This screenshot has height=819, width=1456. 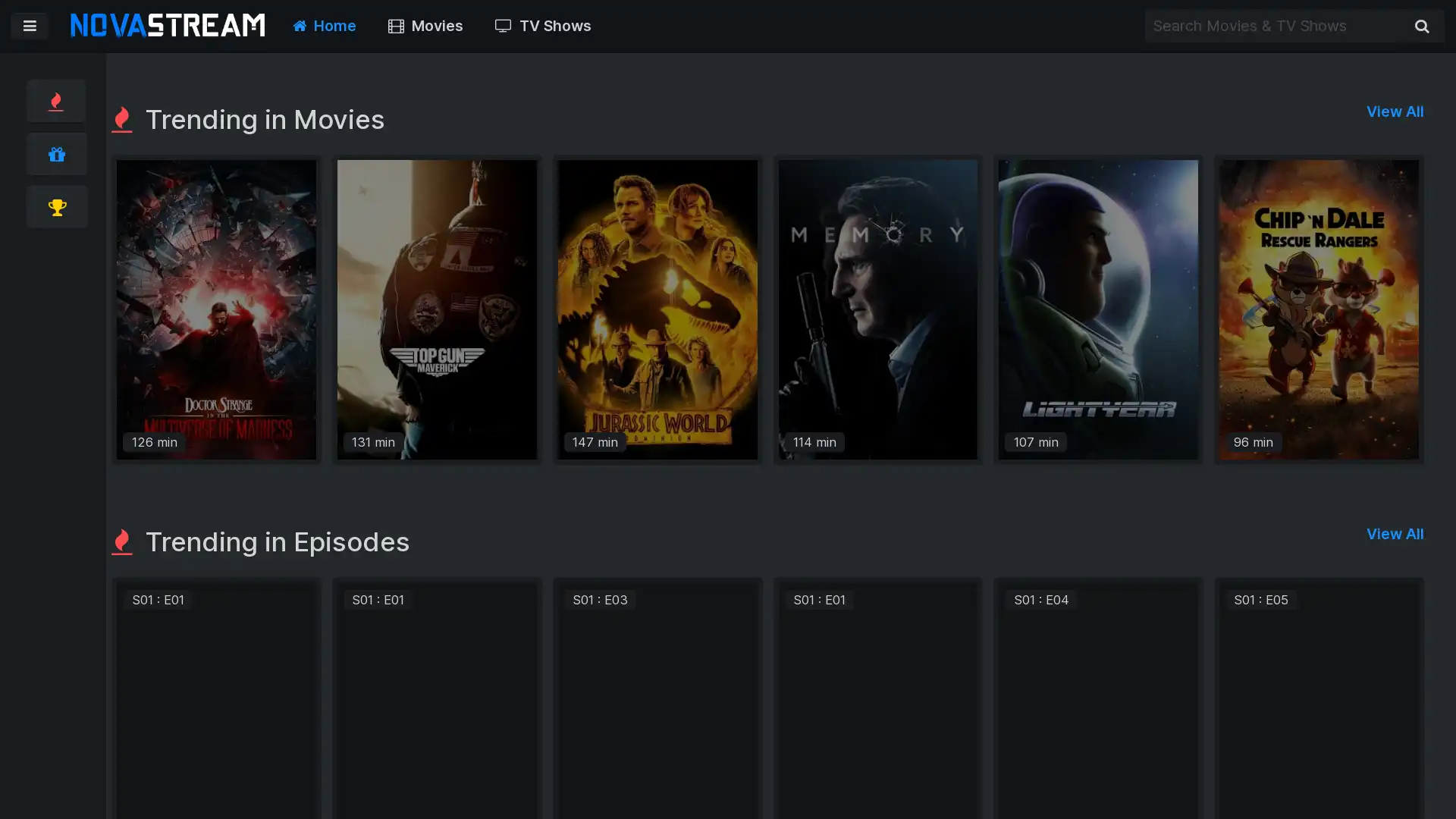 What do you see at coordinates (1395, 526) in the screenshot?
I see `View All` at bounding box center [1395, 526].